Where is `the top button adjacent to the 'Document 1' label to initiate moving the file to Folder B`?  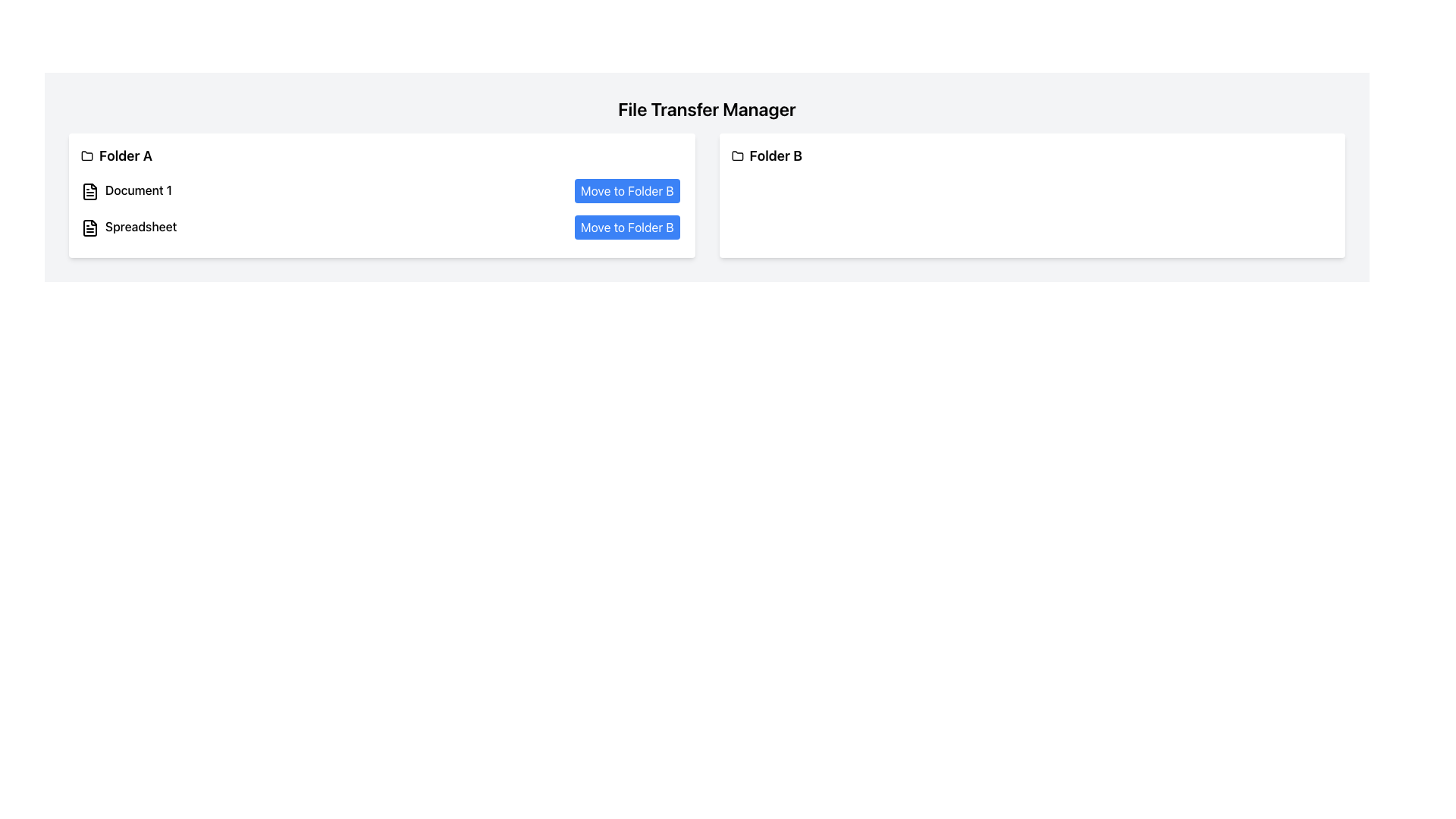
the top button adjacent to the 'Document 1' label to initiate moving the file to Folder B is located at coordinates (627, 190).